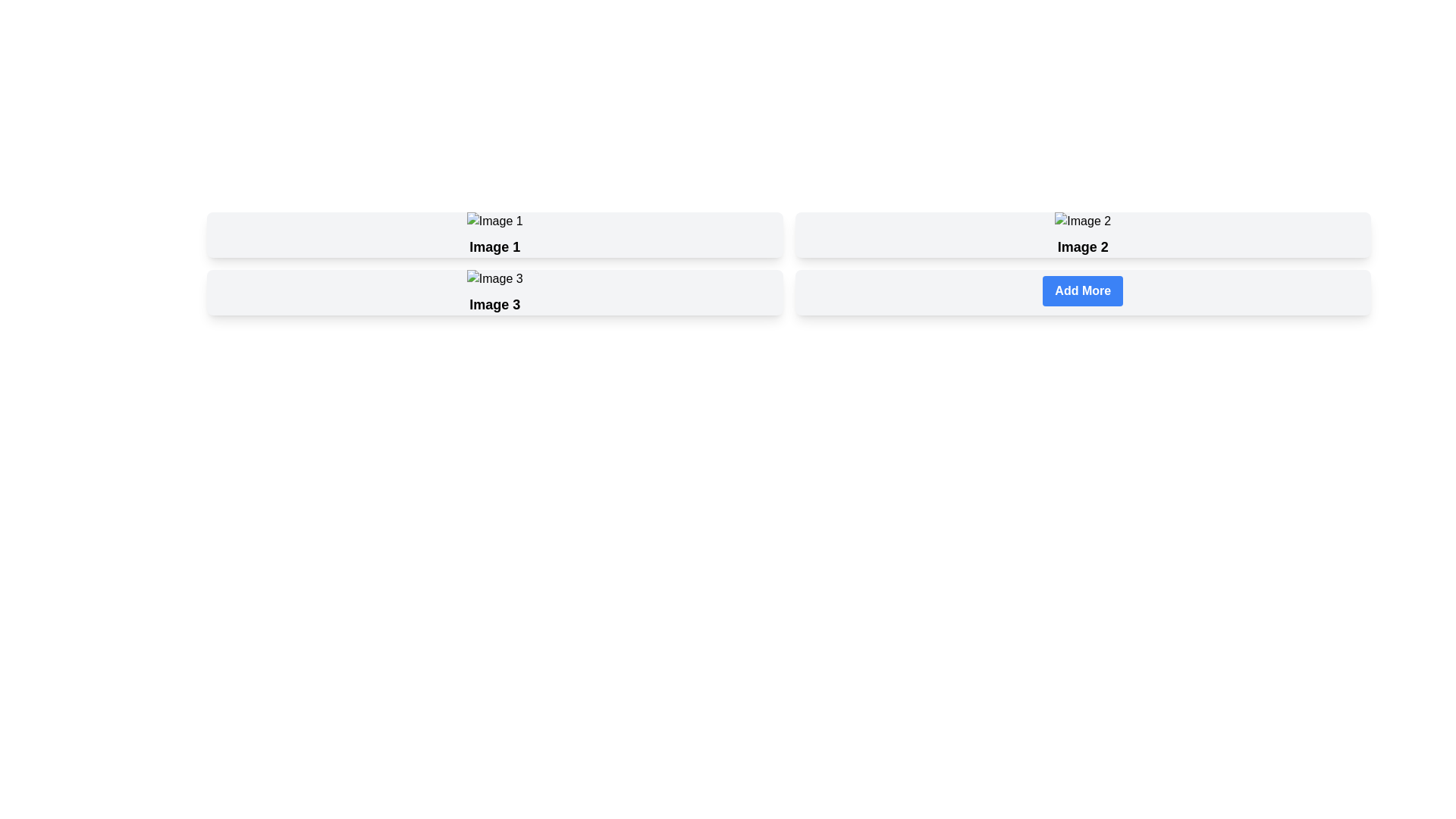 The width and height of the screenshot is (1456, 819). I want to click on the descriptive text label located beneath the image thumbnail labeled 'Image 2', so click(1082, 246).